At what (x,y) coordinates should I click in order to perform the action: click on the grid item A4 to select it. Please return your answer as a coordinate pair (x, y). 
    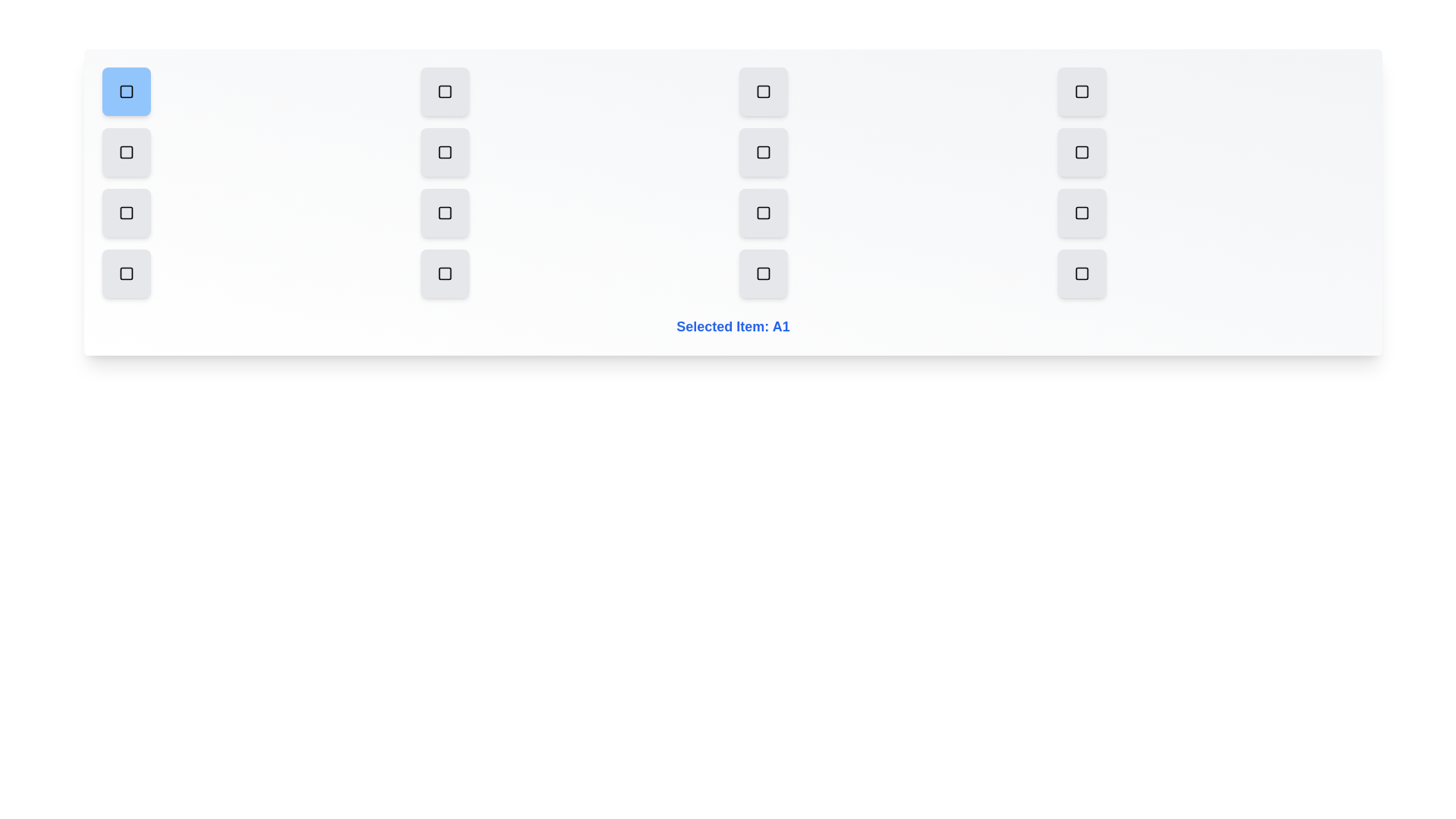
    Looking at the image, I should click on (1081, 91).